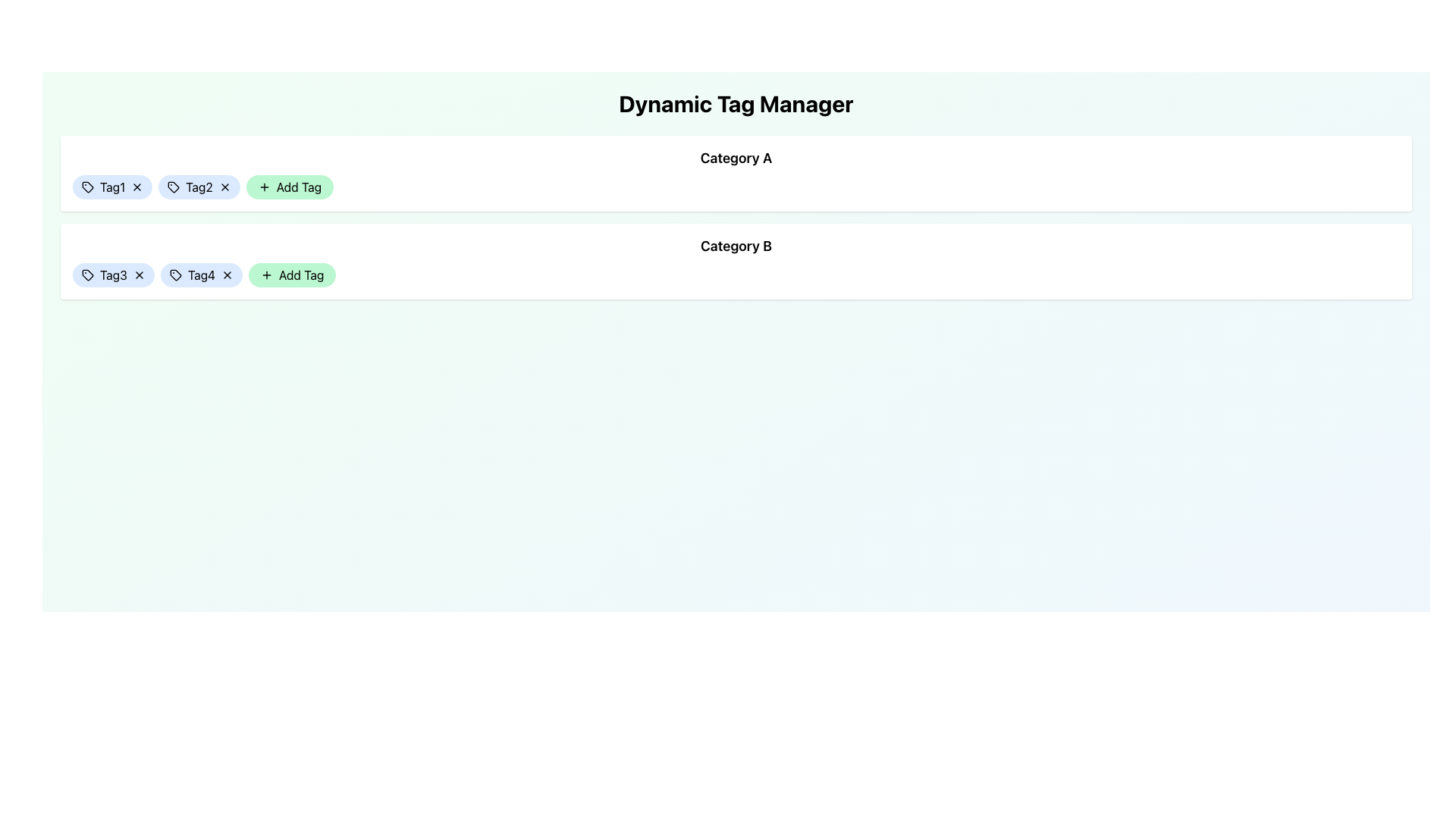  Describe the element at coordinates (224, 186) in the screenshot. I see `the 'x' icon button within 'Tag2' in 'Category A' to change its color to red` at that location.